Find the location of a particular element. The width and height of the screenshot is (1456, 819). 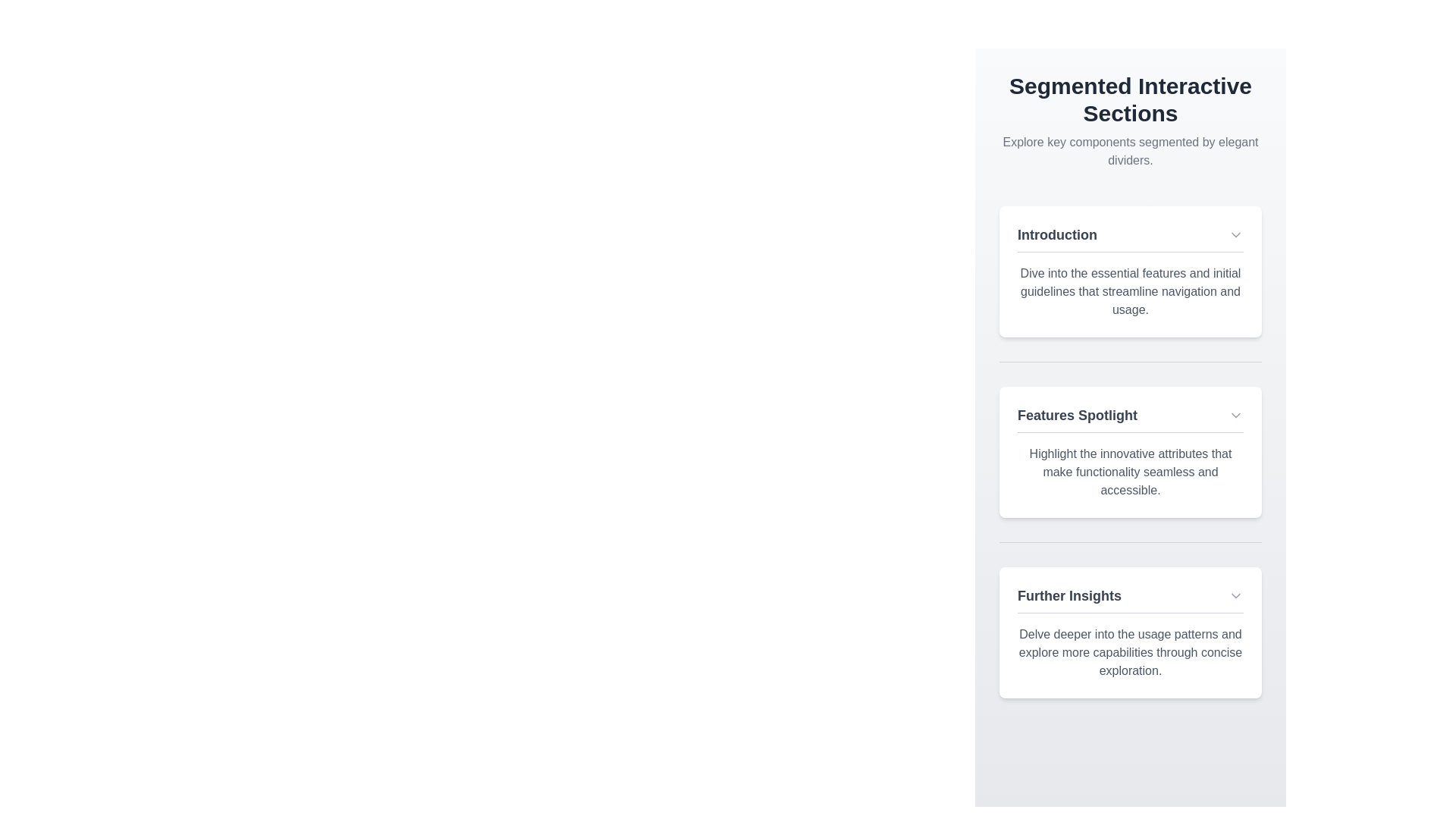

the toggle button icon located at the far-right edge of the 'Introduction' section is located at coordinates (1236, 234).